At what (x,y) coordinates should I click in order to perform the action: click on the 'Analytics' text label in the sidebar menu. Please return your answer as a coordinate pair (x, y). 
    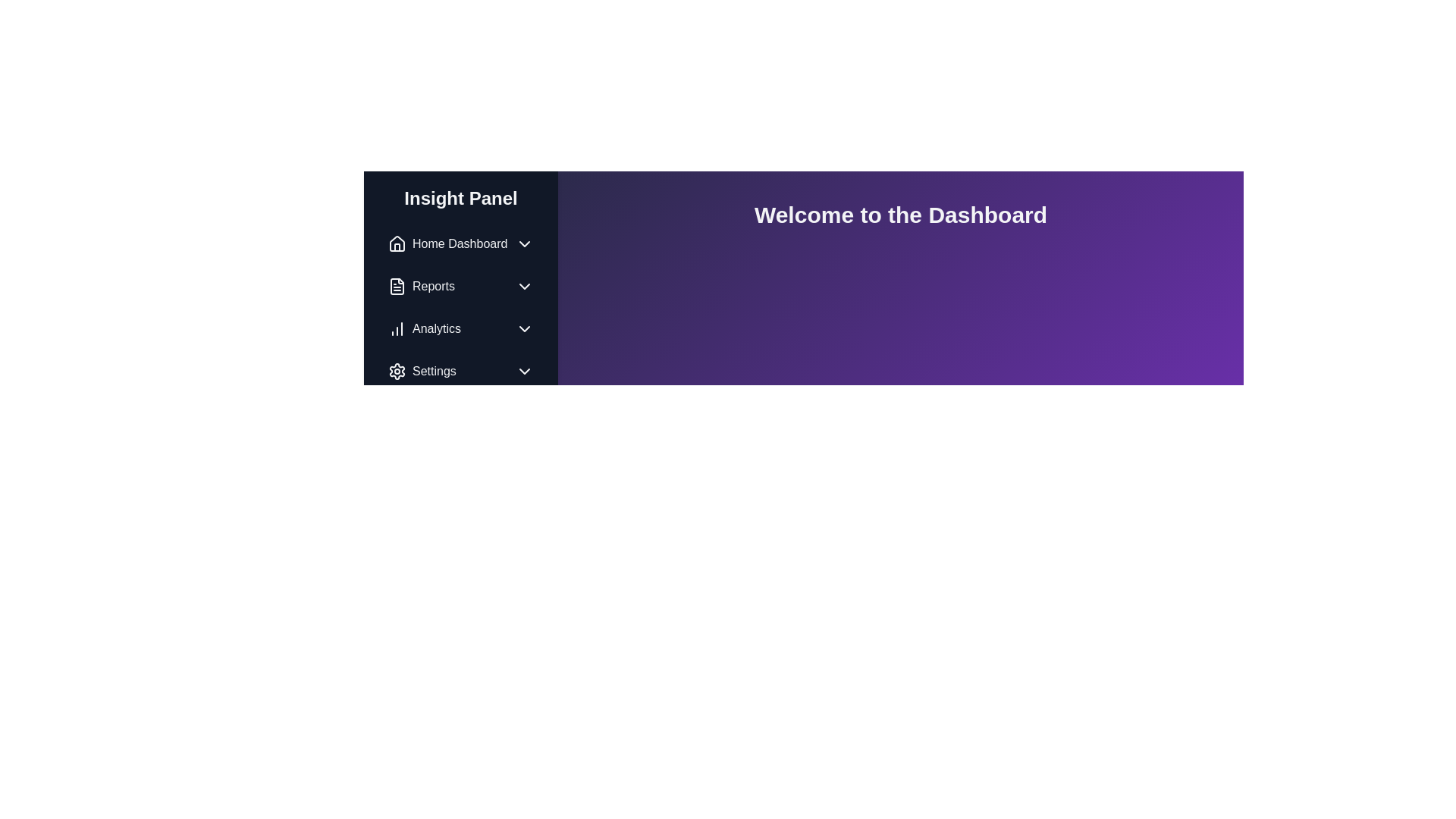
    Looking at the image, I should click on (436, 328).